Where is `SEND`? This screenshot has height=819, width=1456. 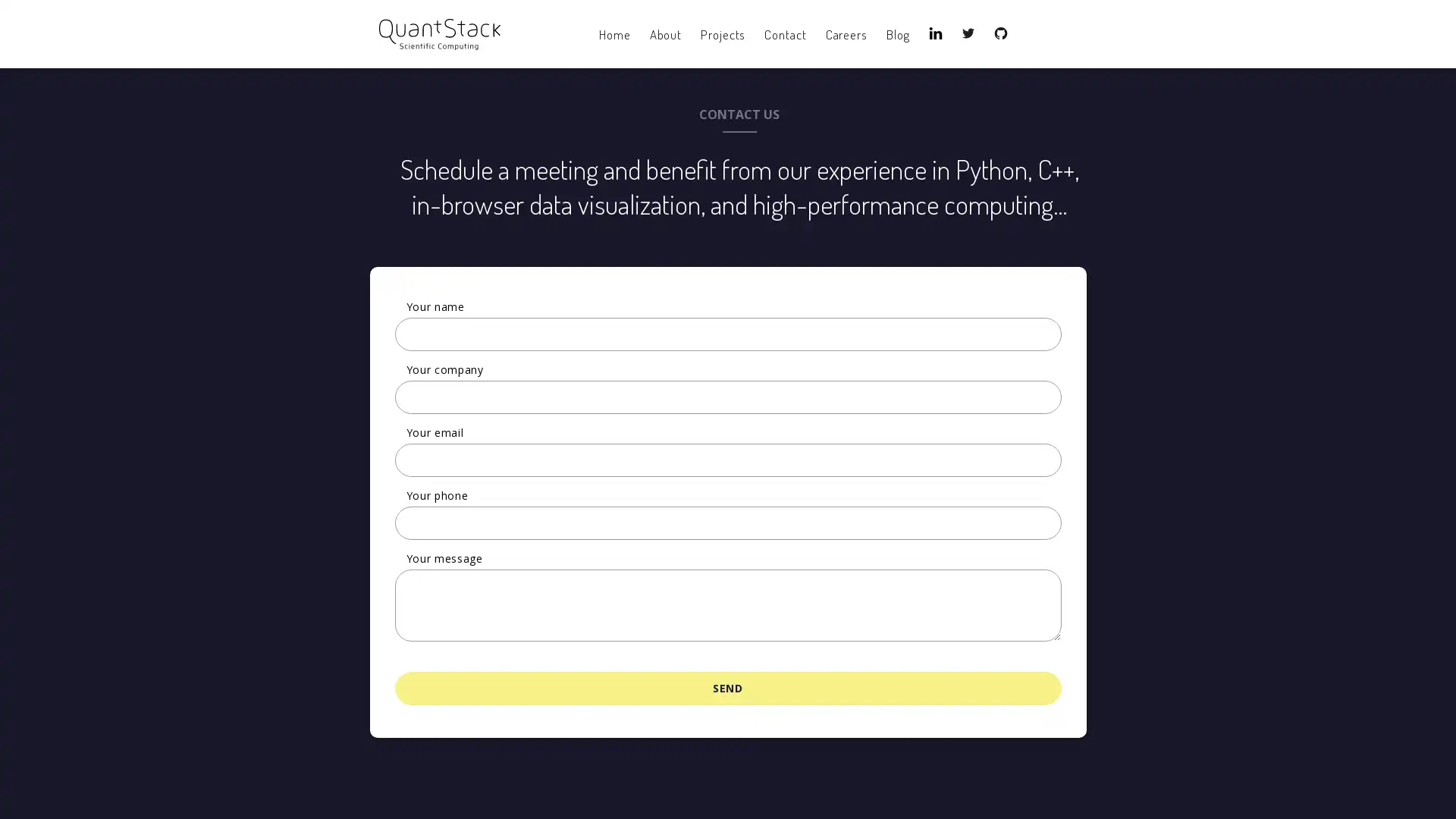
SEND is located at coordinates (726, 687).